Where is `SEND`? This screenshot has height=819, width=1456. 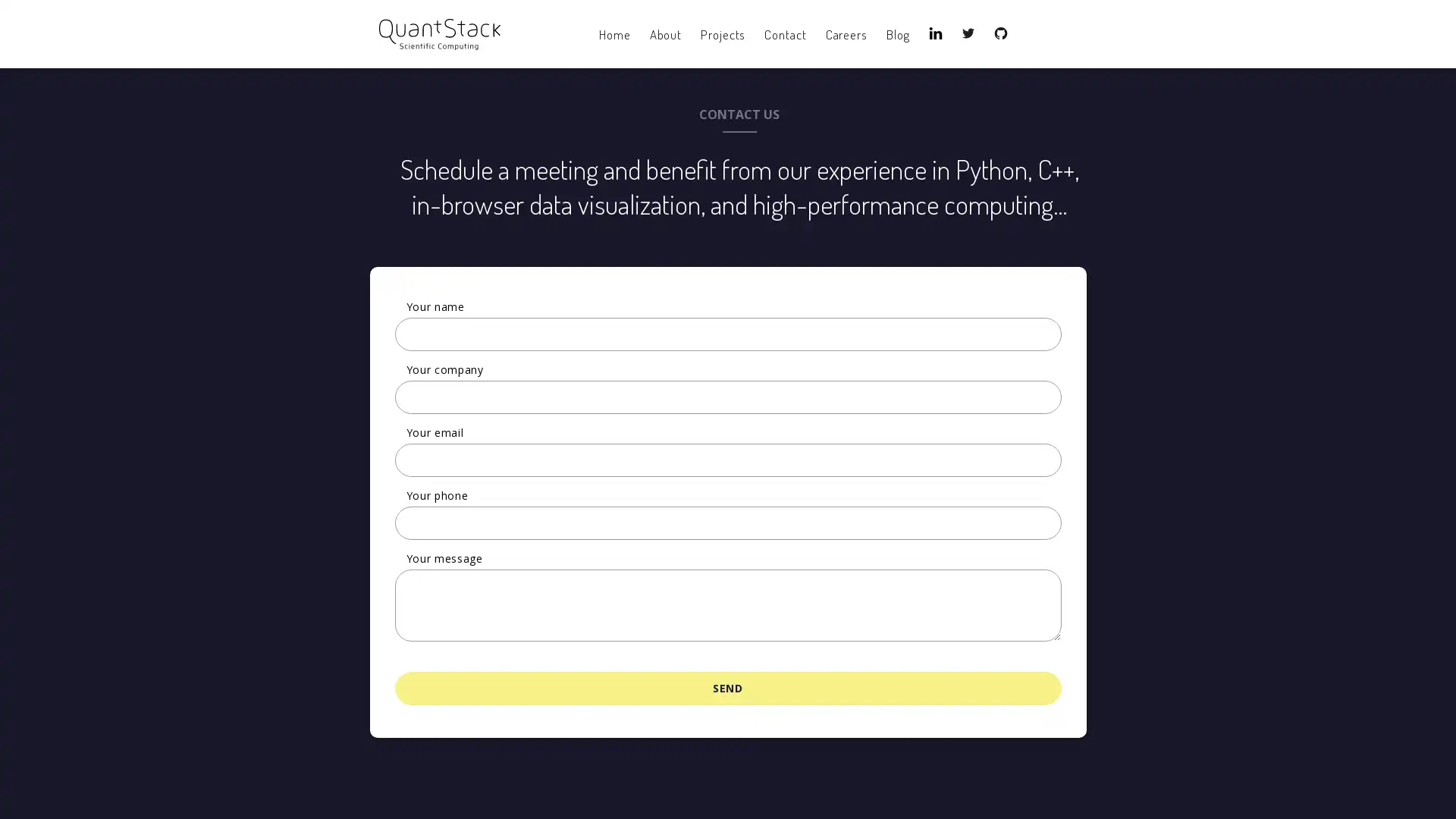
SEND is located at coordinates (726, 687).